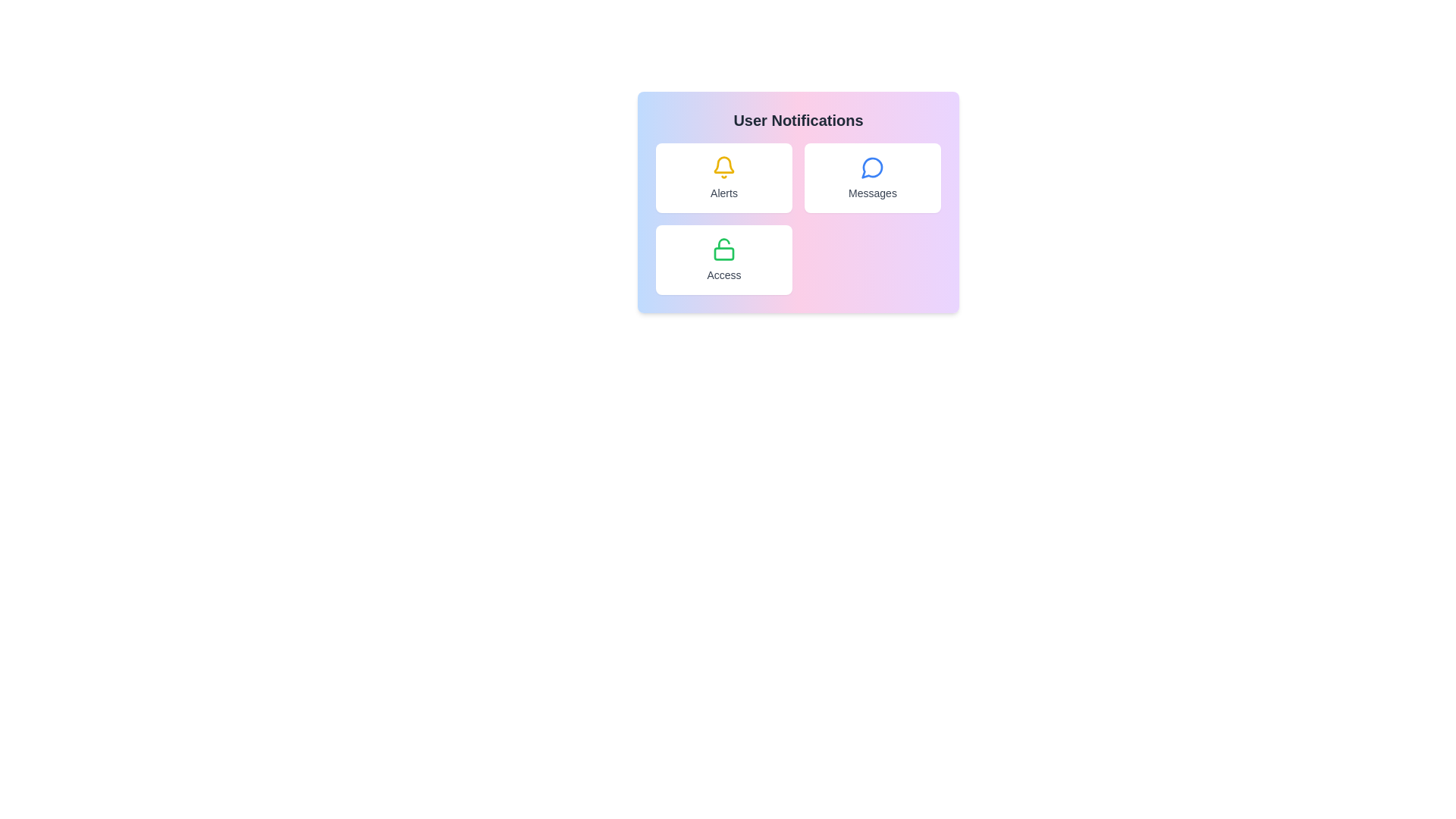  Describe the element at coordinates (723, 167) in the screenshot. I see `the bell icon in the 'Alerts' section of the 'User Notifications' grid` at that location.